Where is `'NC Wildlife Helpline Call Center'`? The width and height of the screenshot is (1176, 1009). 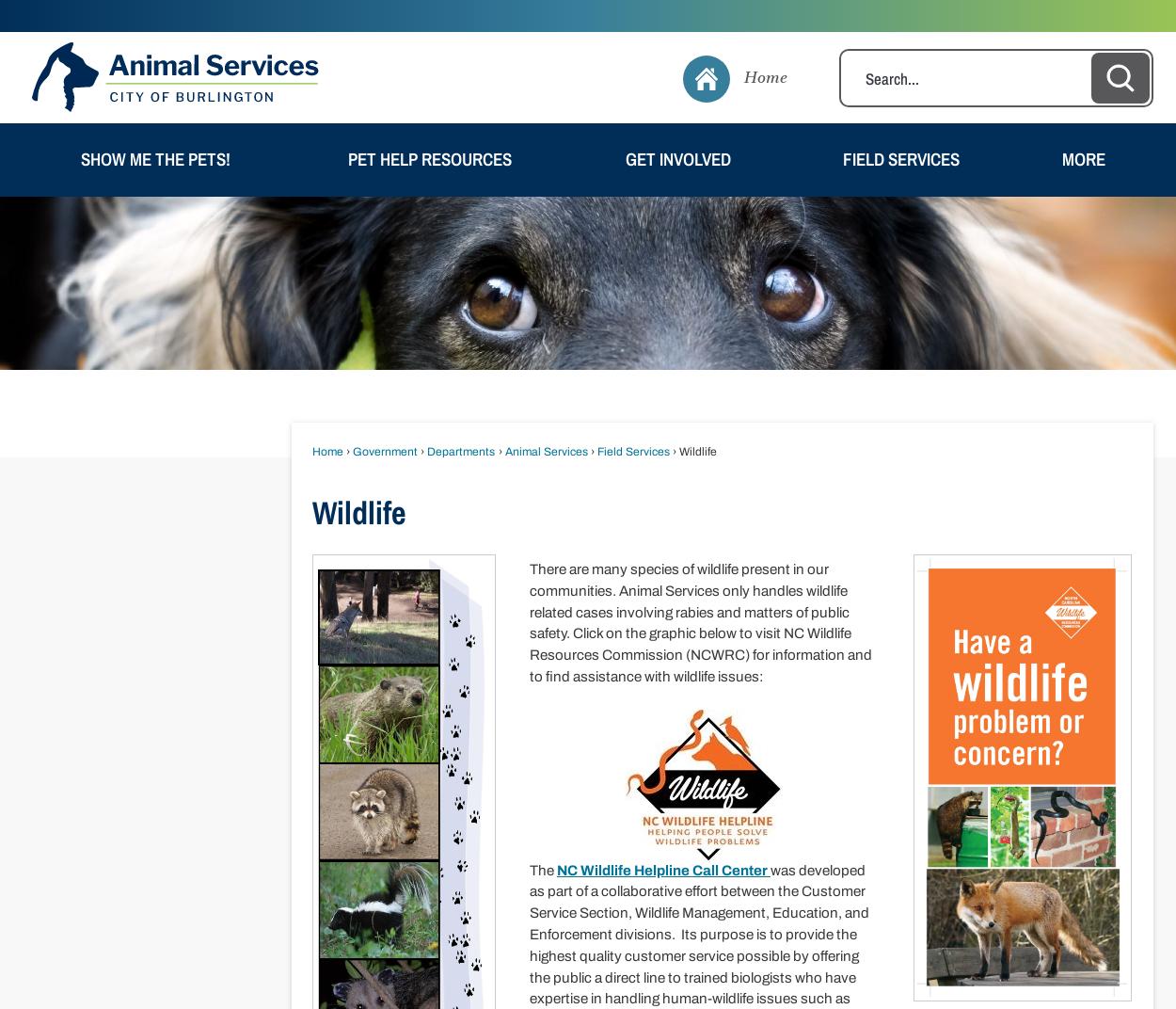
'NC Wildlife Helpline Call Center' is located at coordinates (661, 869).